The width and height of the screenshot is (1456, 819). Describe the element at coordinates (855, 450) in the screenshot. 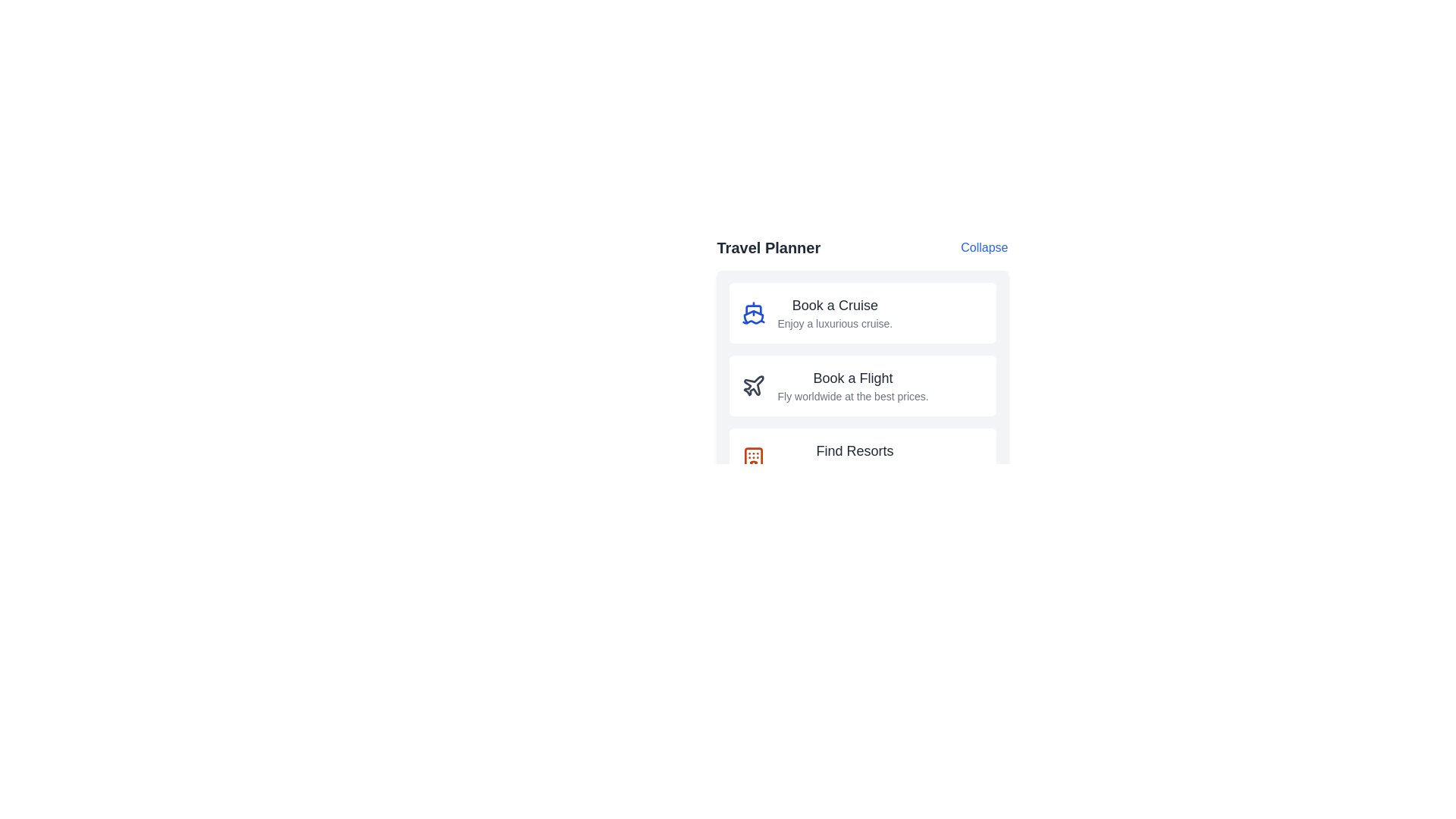

I see `the 'Find Resorts' text label element, which is the primary heading in bold dark gray font, centrally aligned above the descriptive text` at that location.